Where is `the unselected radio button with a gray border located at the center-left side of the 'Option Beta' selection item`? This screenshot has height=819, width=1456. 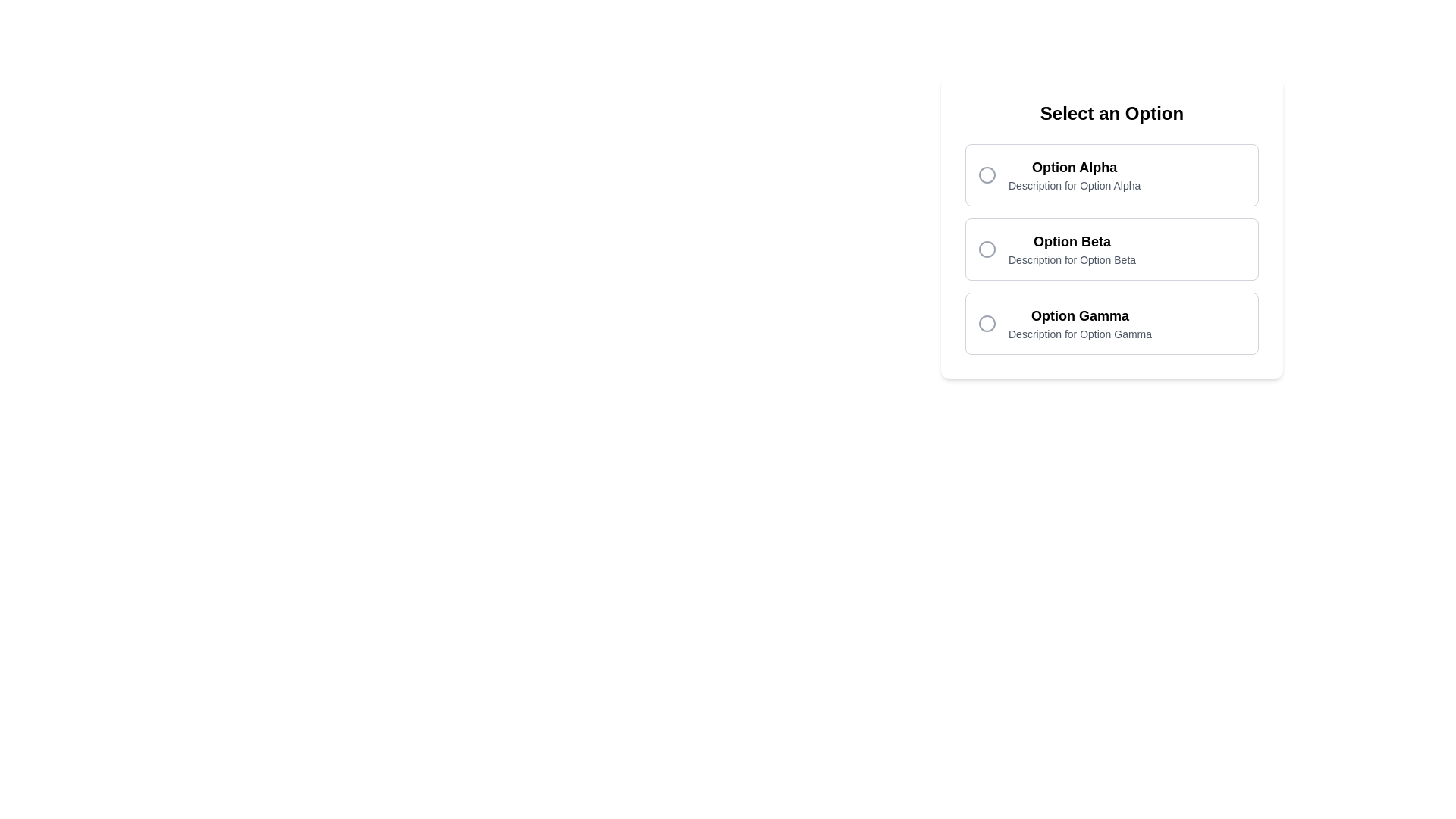
the unselected radio button with a gray border located at the center-left side of the 'Option Beta' selection item is located at coordinates (987, 248).